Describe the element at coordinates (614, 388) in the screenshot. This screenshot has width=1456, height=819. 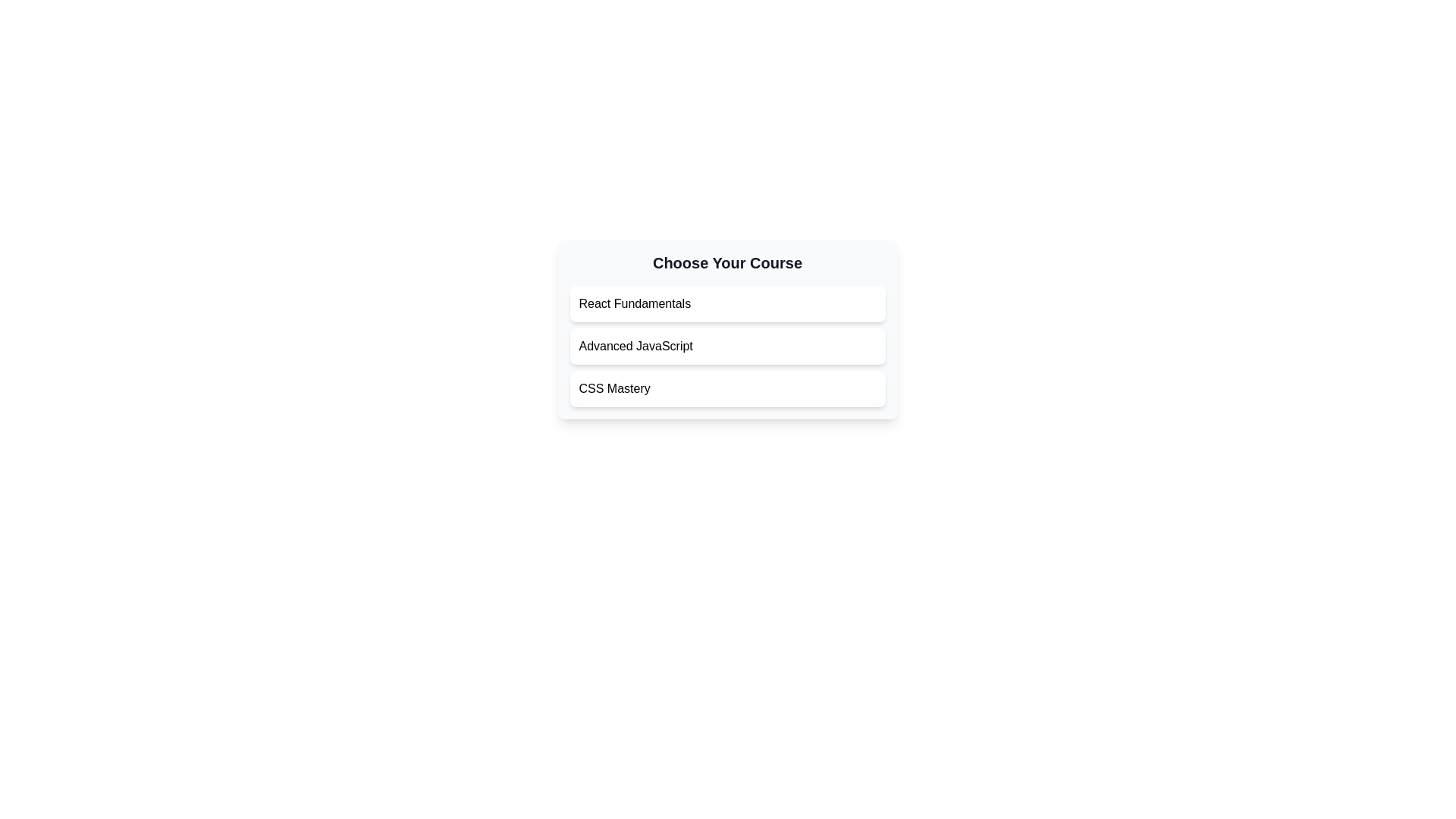
I see `the radio option labeled 'CSS Mastery', which is the third selectable option` at that location.